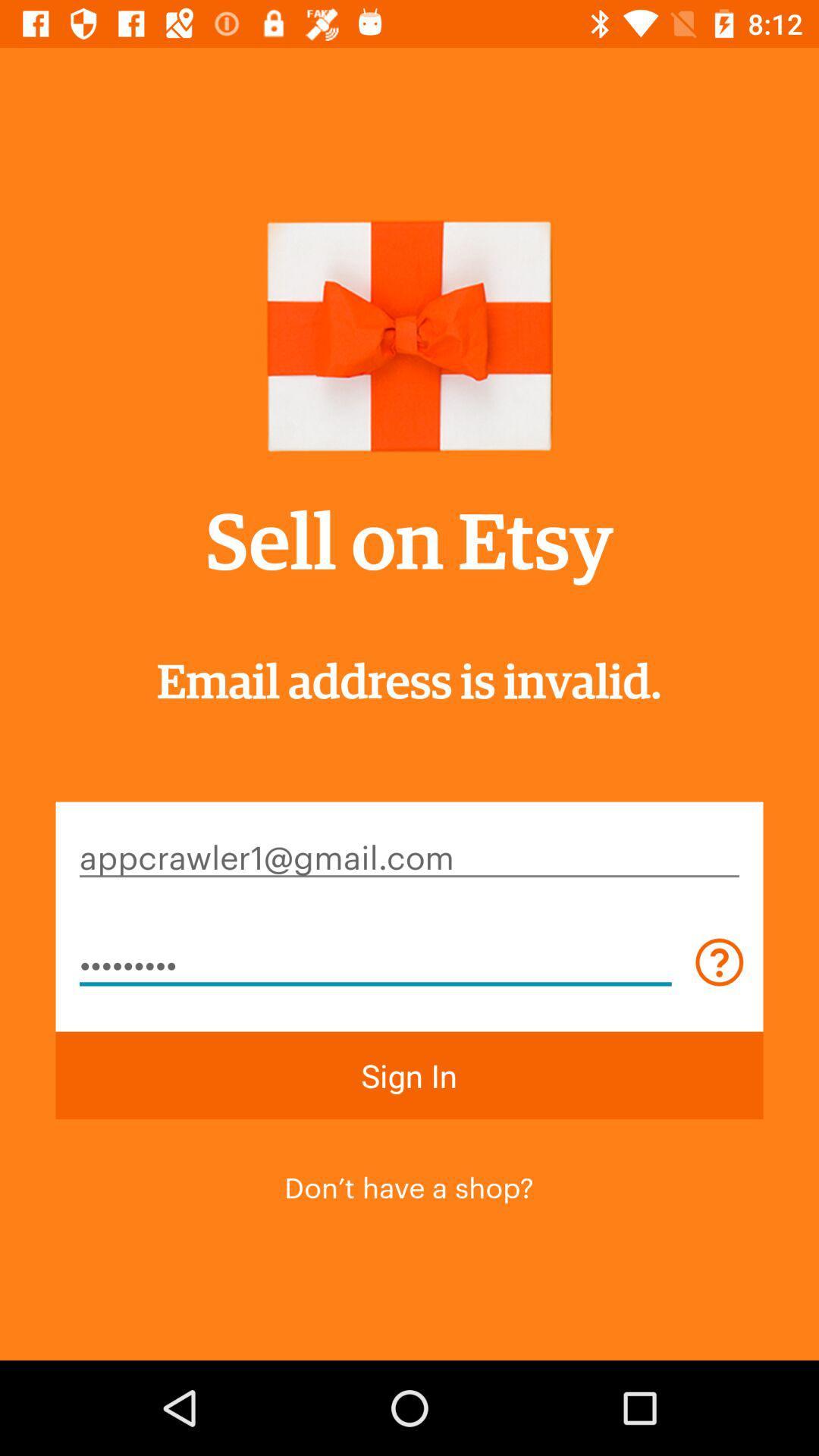  Describe the element at coordinates (375, 961) in the screenshot. I see `the crowd3116` at that location.